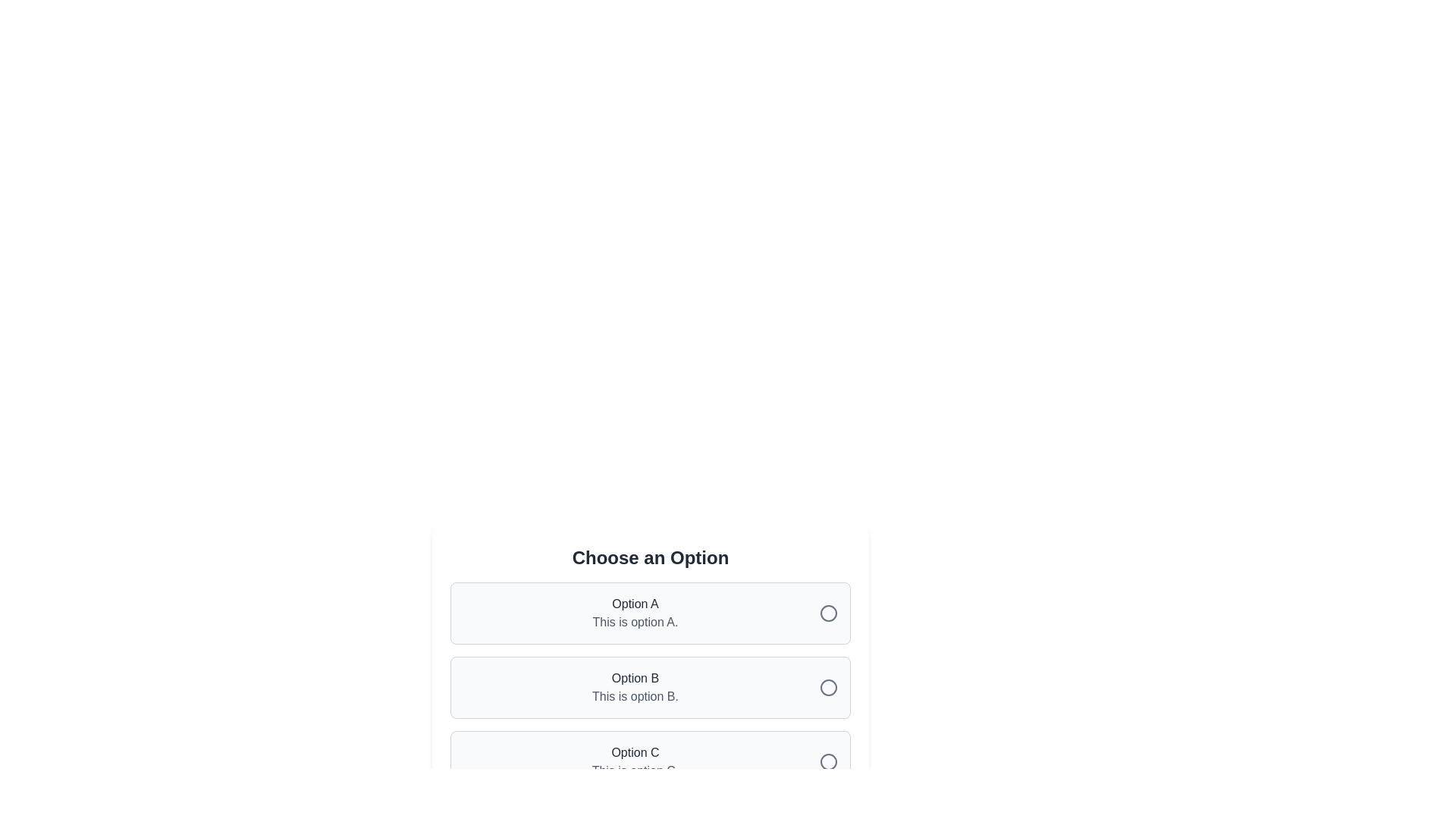 The height and width of the screenshot is (819, 1456). What do you see at coordinates (635, 613) in the screenshot?
I see `the first informational text block in the vertical list` at bounding box center [635, 613].